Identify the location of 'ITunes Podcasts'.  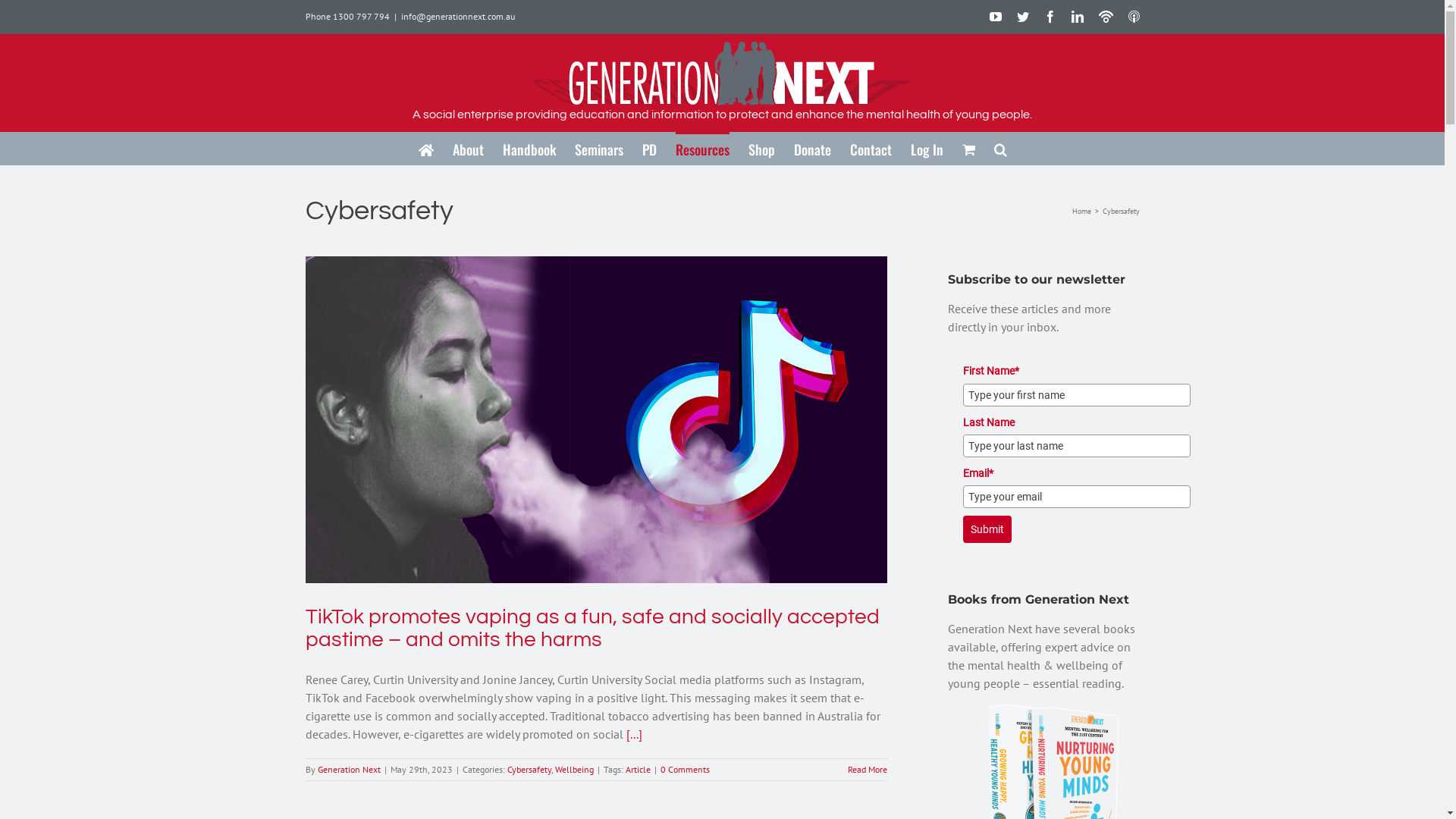
(1134, 17).